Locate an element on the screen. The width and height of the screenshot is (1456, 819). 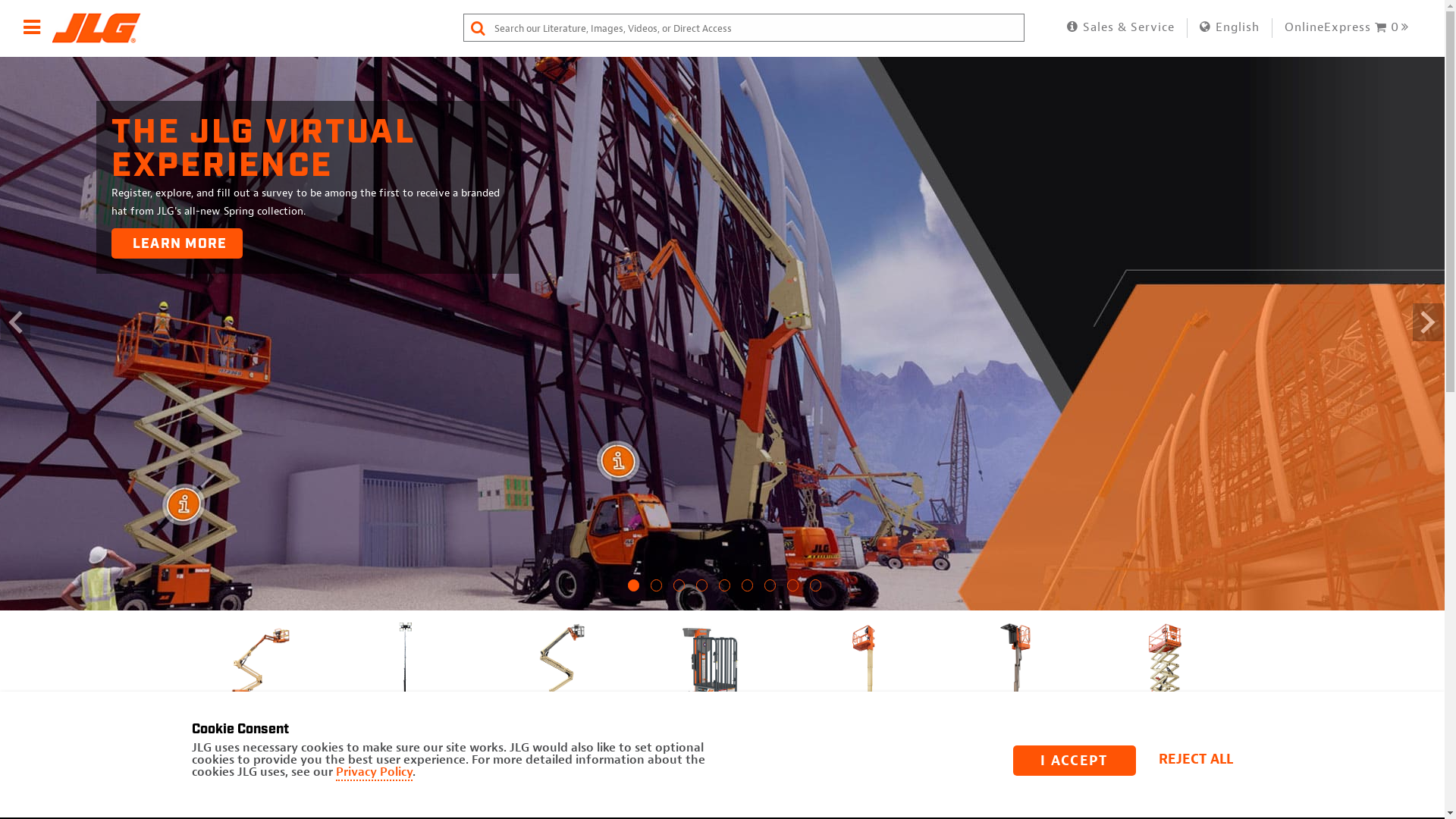
'Stock Pickers' is located at coordinates (949, 674).